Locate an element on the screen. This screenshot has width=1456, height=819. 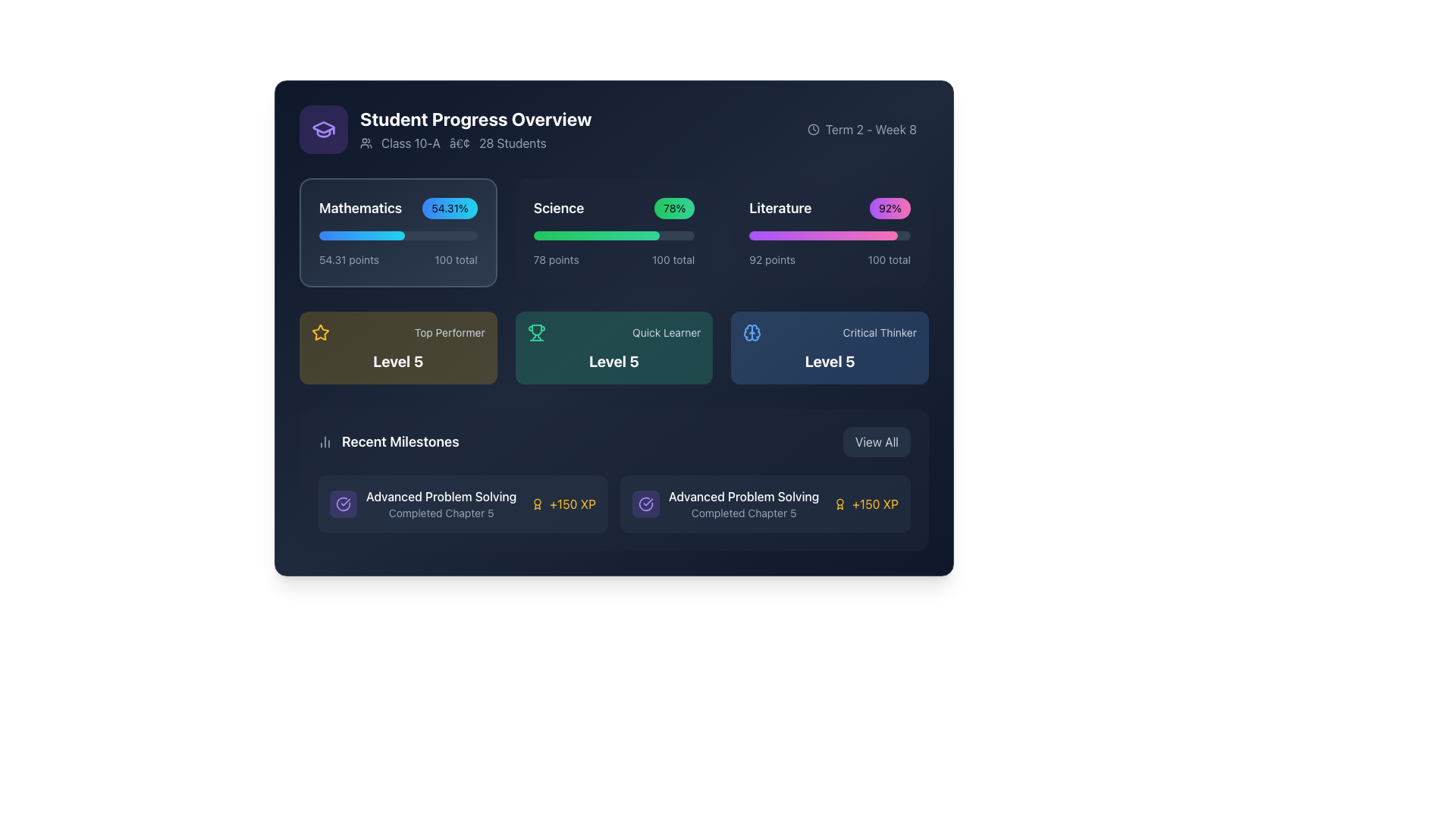
the Progress Overview Tile displaying 'Literature' for additional information is located at coordinates (829, 233).